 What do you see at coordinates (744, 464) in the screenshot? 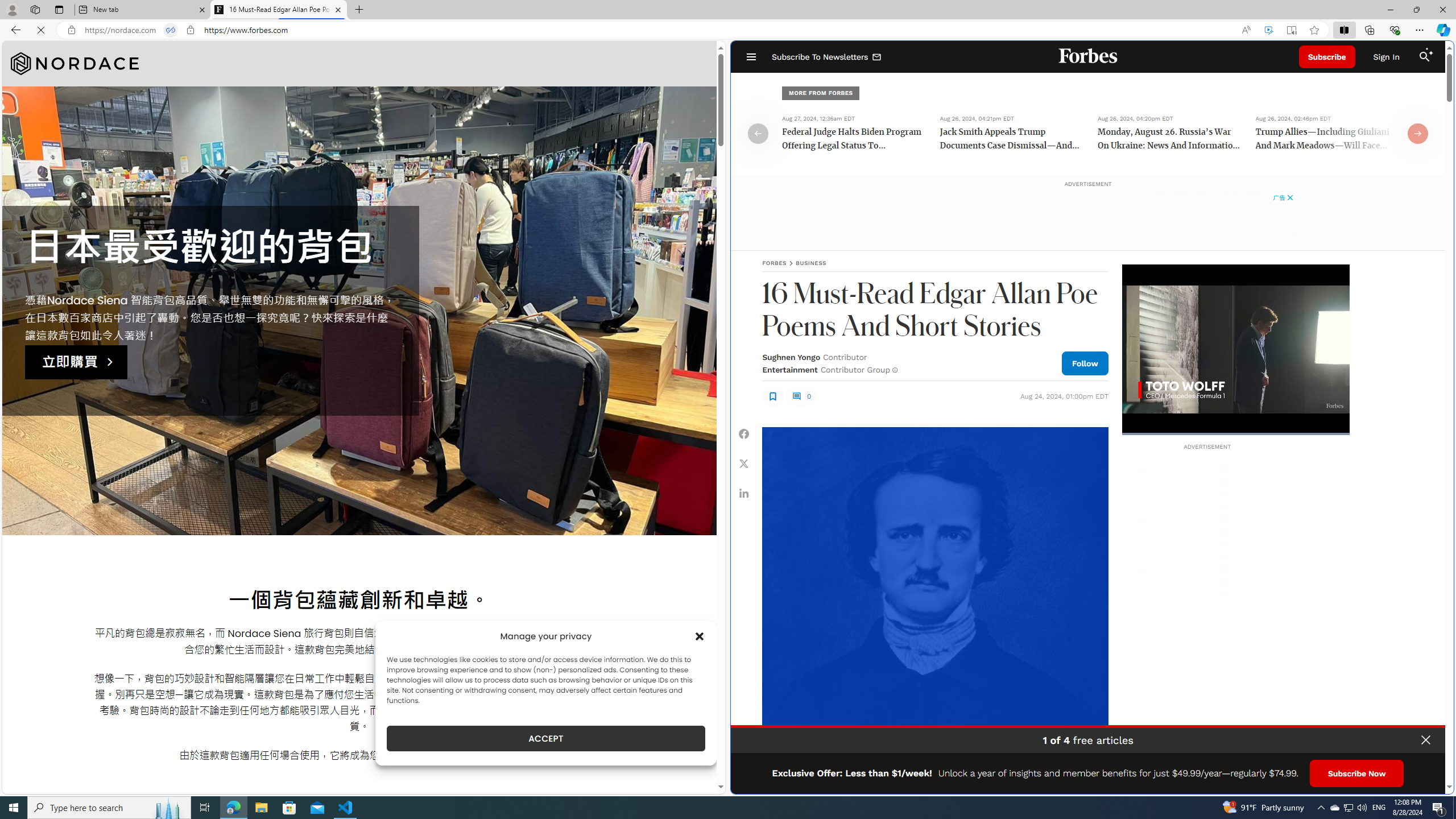
I see `'Share Twitter'` at bounding box center [744, 464].